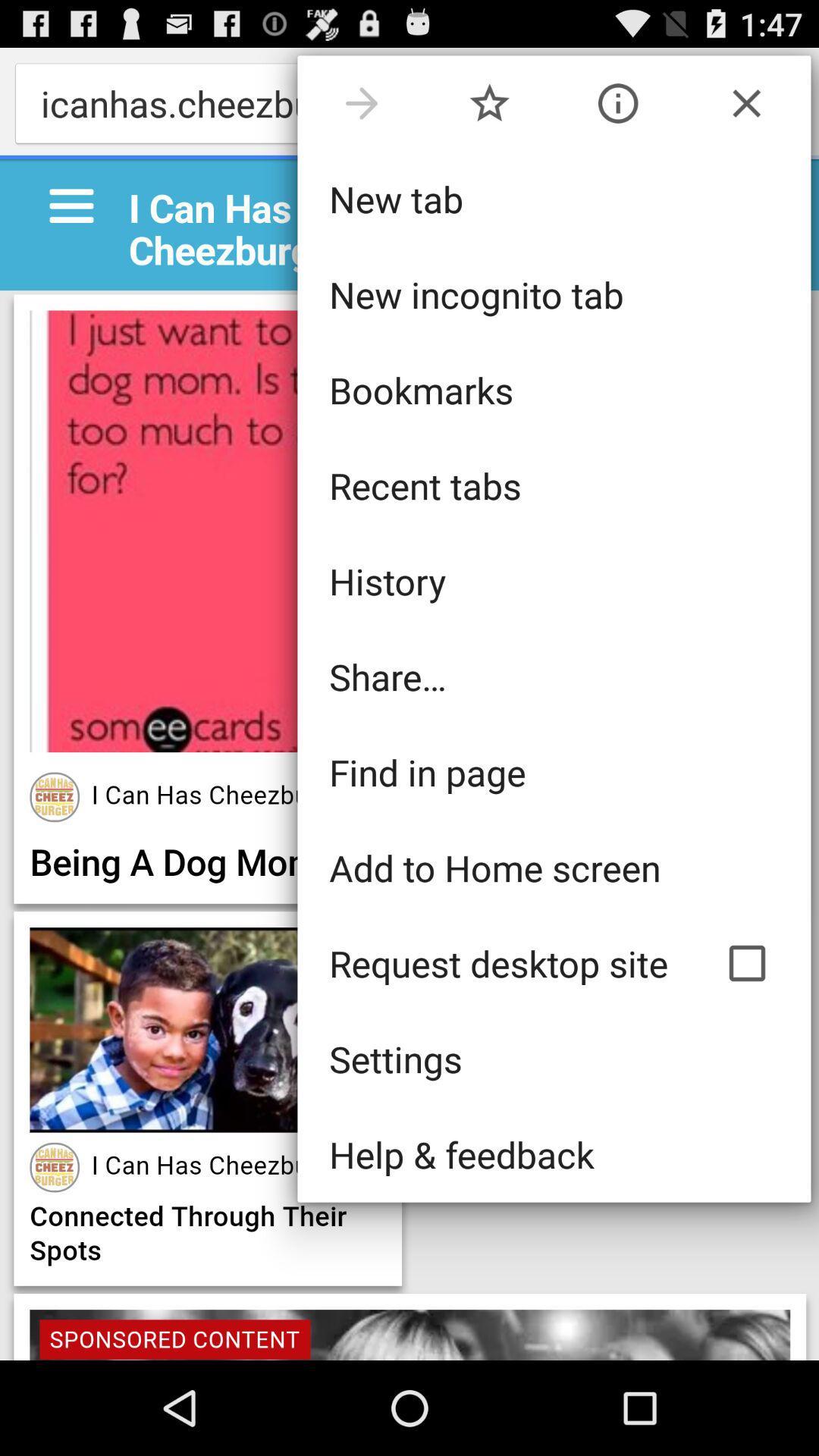 This screenshot has width=819, height=1456. Describe the element at coordinates (554, 676) in the screenshot. I see `icon below the history icon` at that location.